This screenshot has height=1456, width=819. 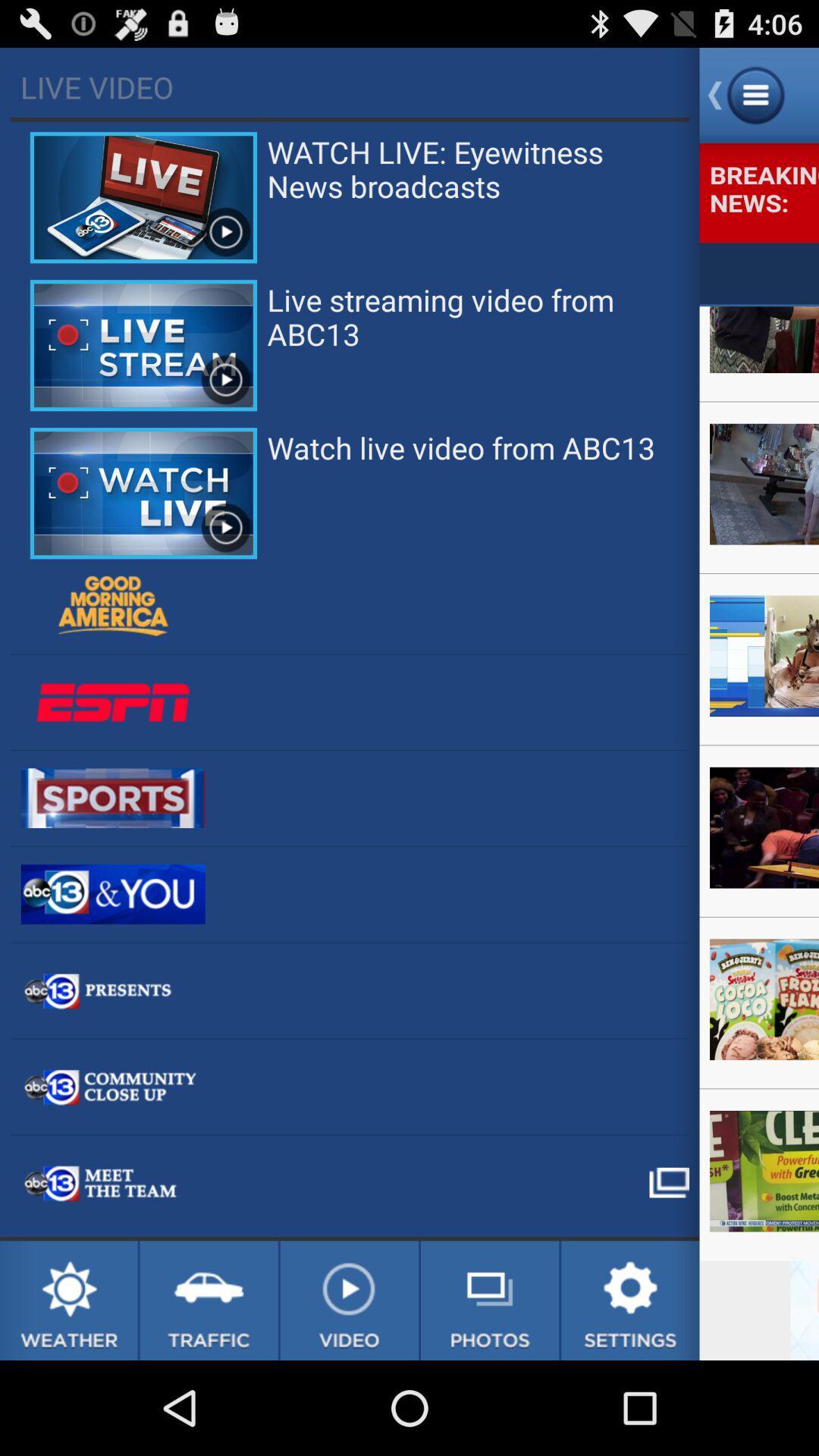 I want to click on open settings, so click(x=630, y=1300).